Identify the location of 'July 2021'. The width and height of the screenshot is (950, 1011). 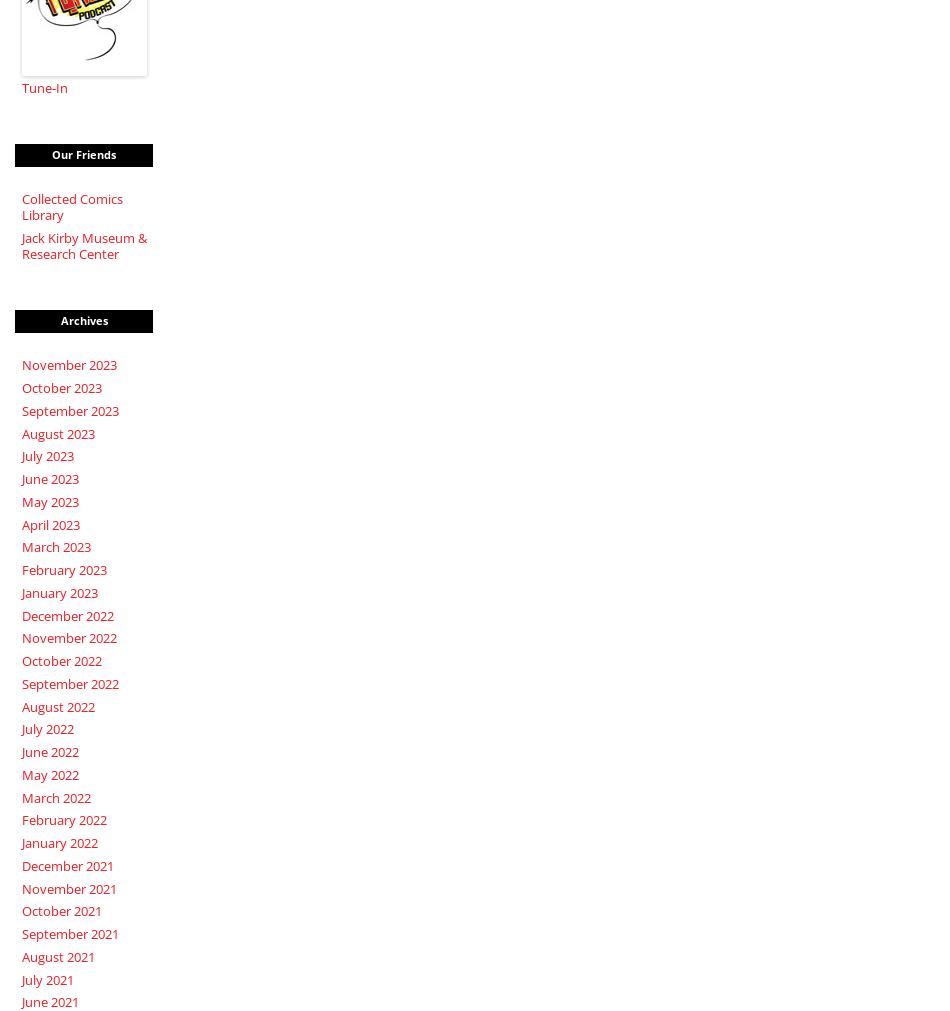
(47, 978).